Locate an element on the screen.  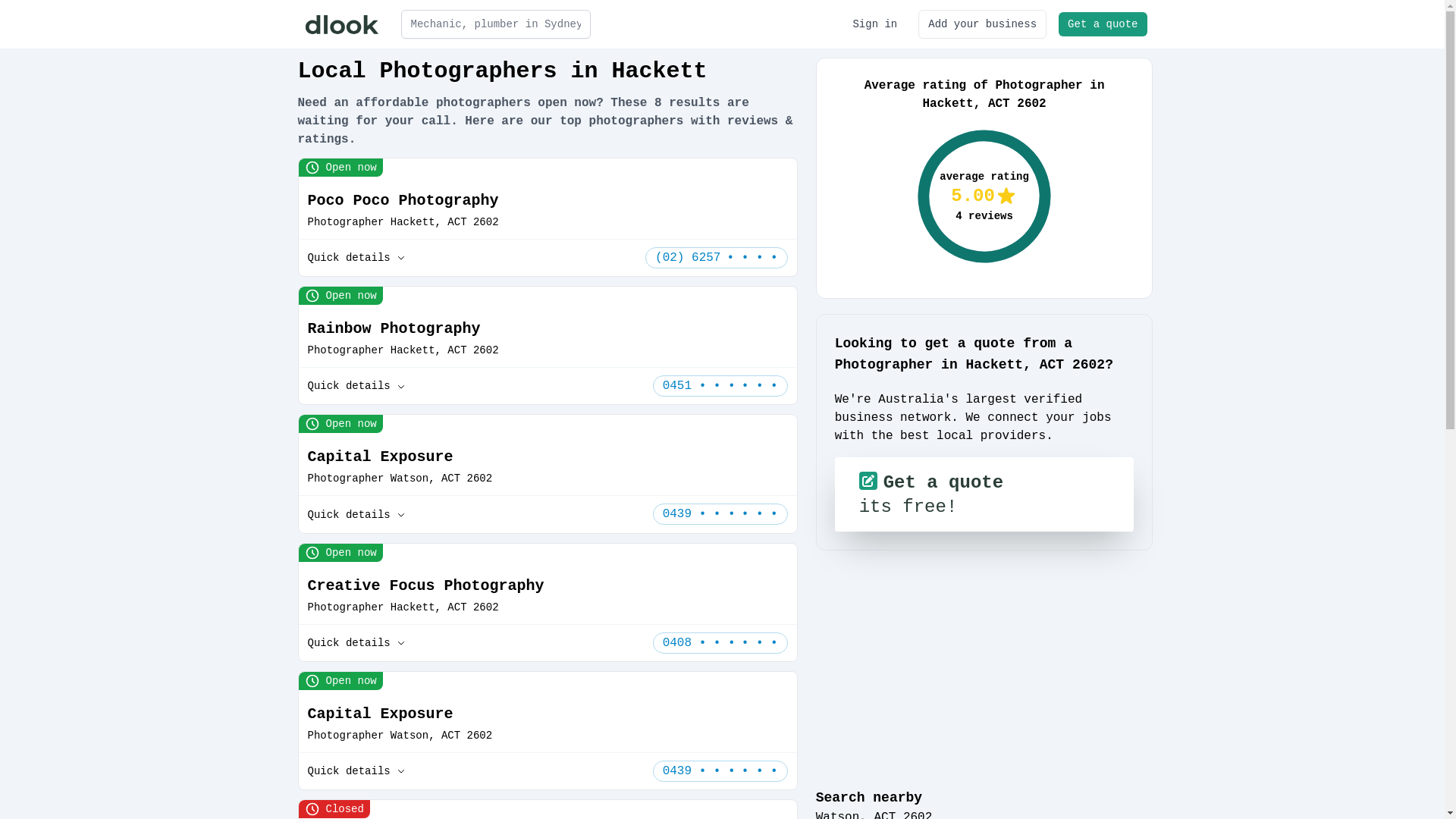
'Sign in' is located at coordinates (874, 24).